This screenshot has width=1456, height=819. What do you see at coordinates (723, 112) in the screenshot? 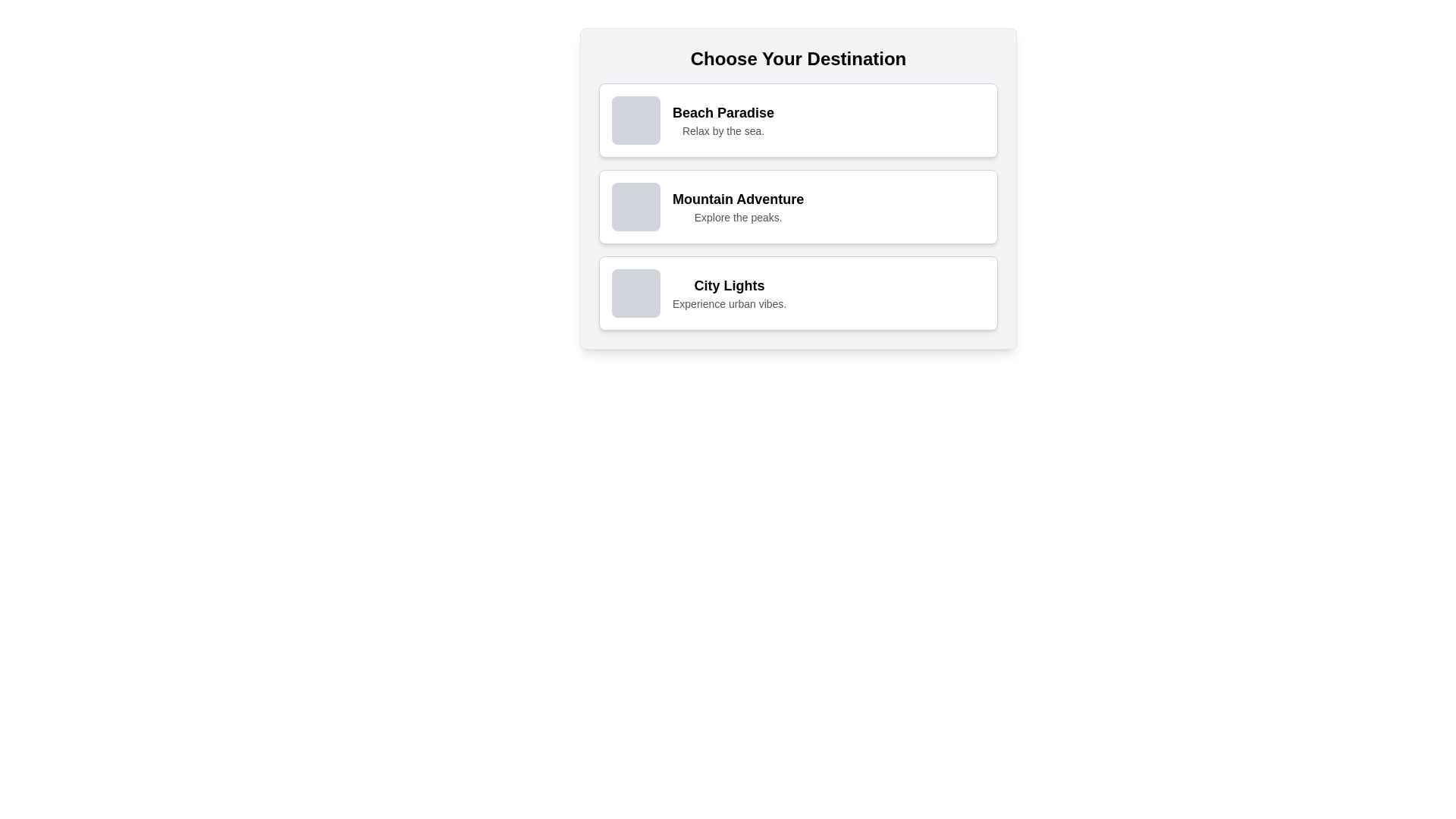
I see `the Text Label that serves as the title for its containing card, positioned at the top-left quadrant and above the descriptive text 'Relax by the sea.'` at bounding box center [723, 112].